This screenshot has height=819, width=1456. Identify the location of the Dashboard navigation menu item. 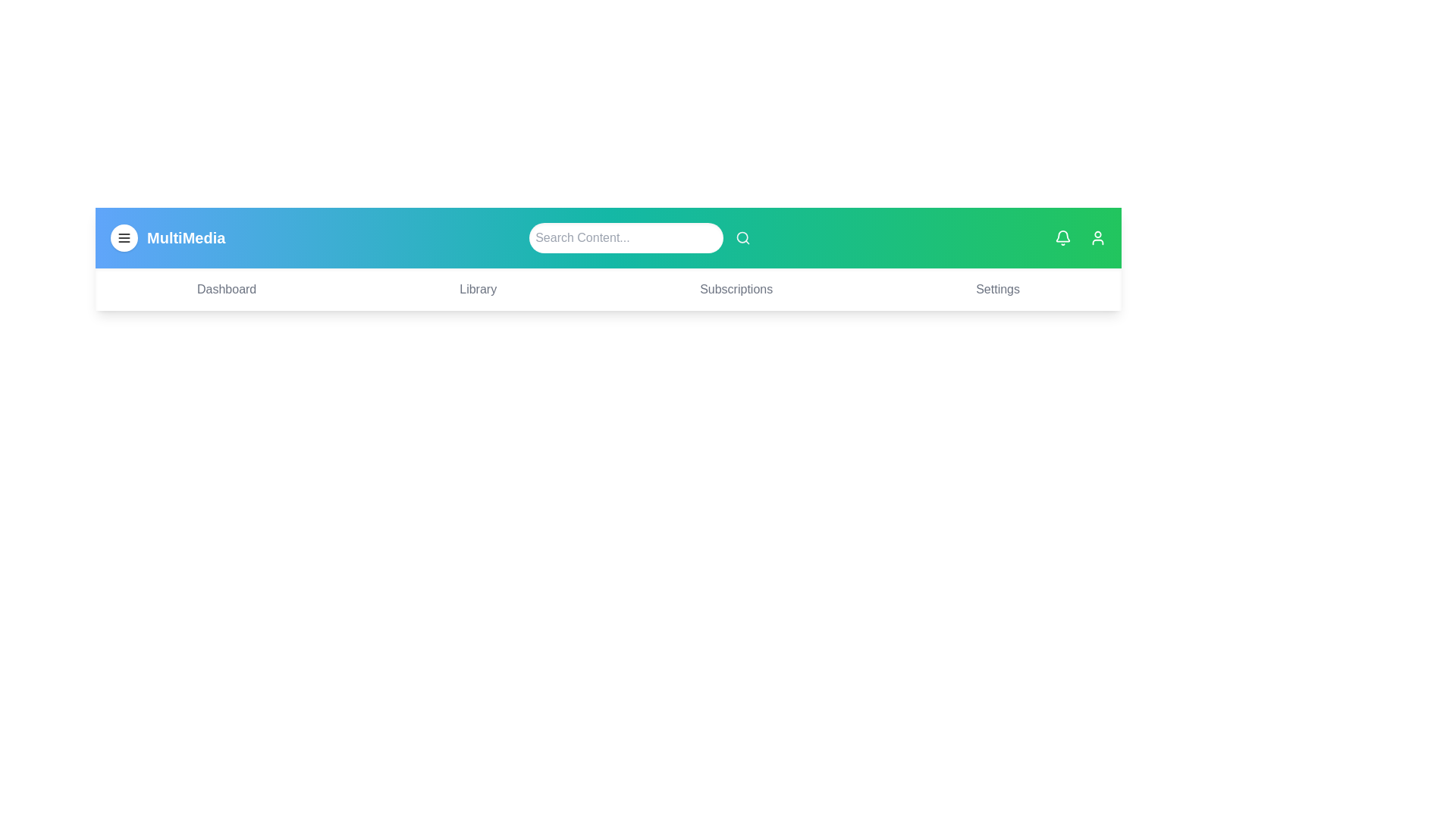
(226, 289).